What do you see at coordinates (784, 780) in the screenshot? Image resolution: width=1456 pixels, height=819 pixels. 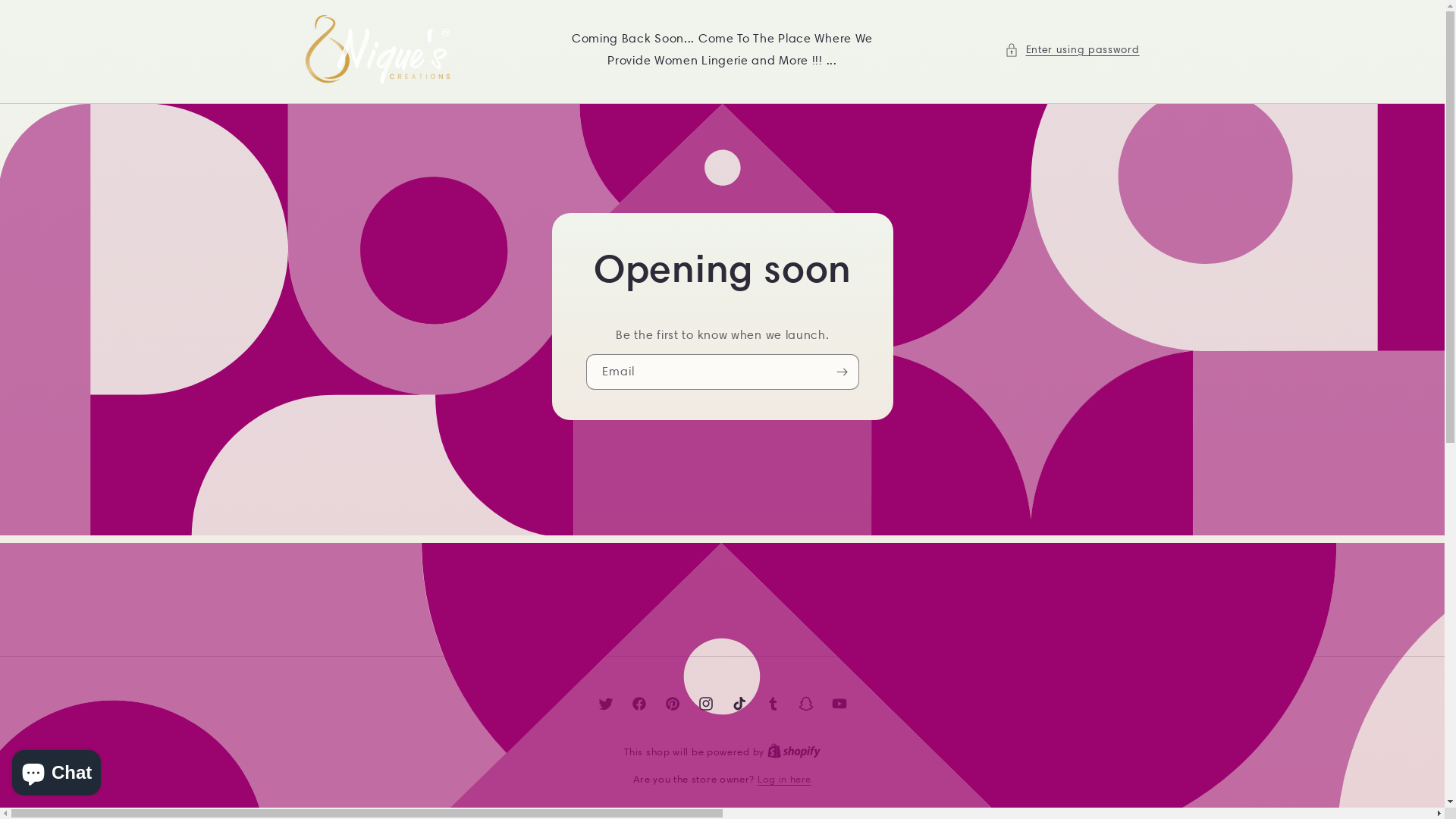 I see `'Log in here'` at bounding box center [784, 780].